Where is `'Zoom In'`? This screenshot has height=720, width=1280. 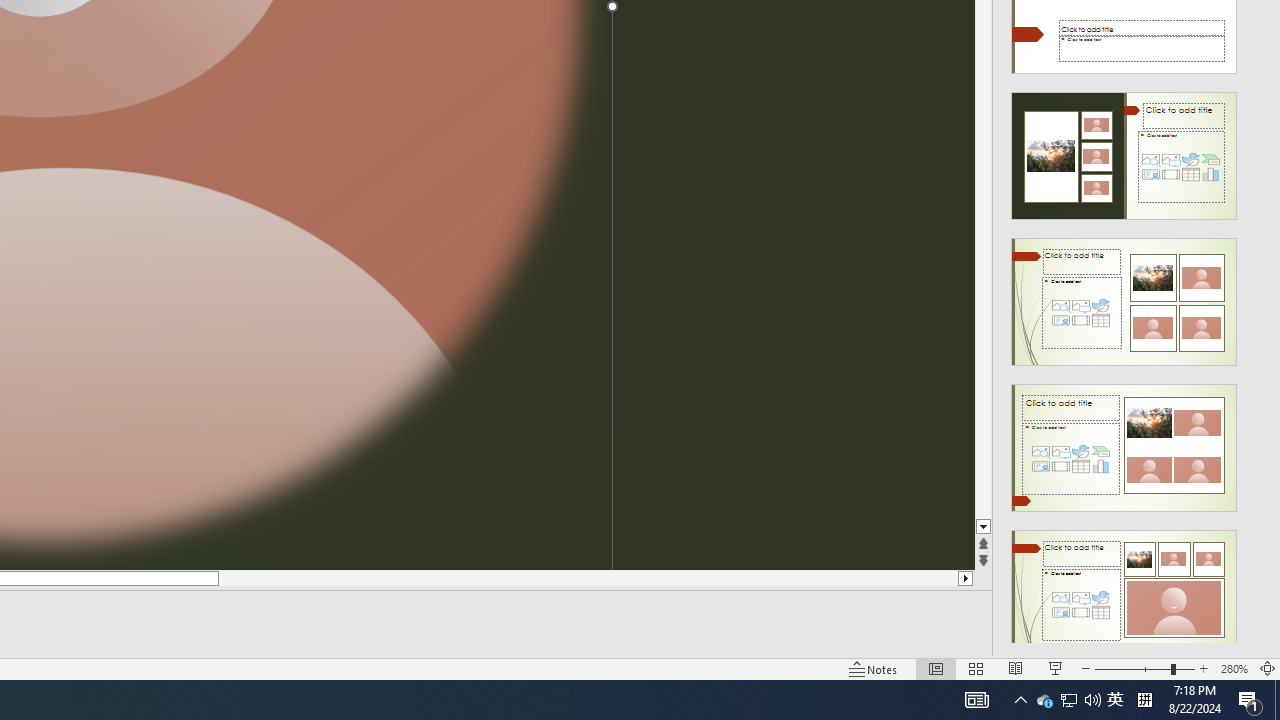
'Zoom In' is located at coordinates (1203, 669).